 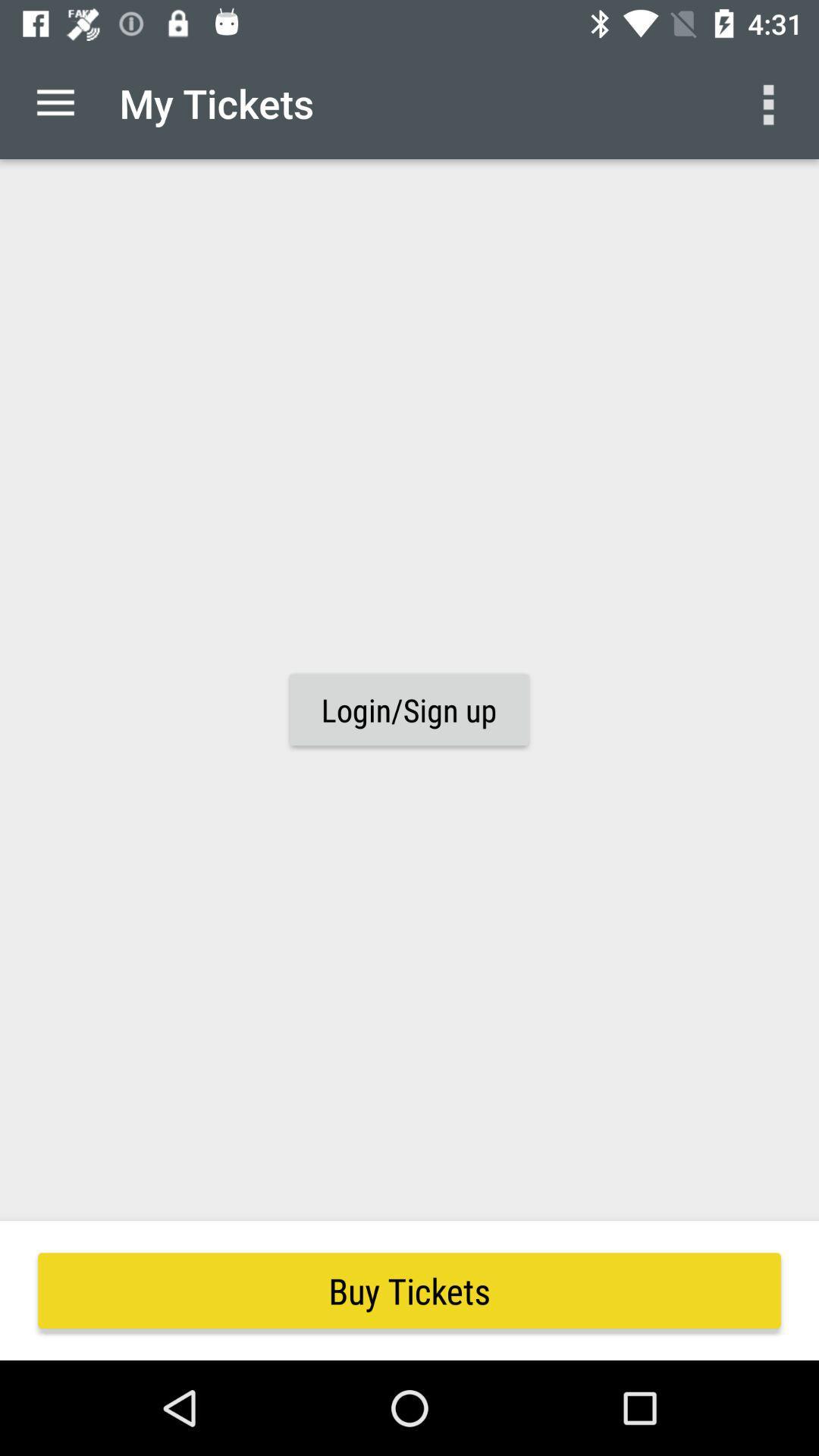 I want to click on the item above the buy tickets, so click(x=55, y=102).